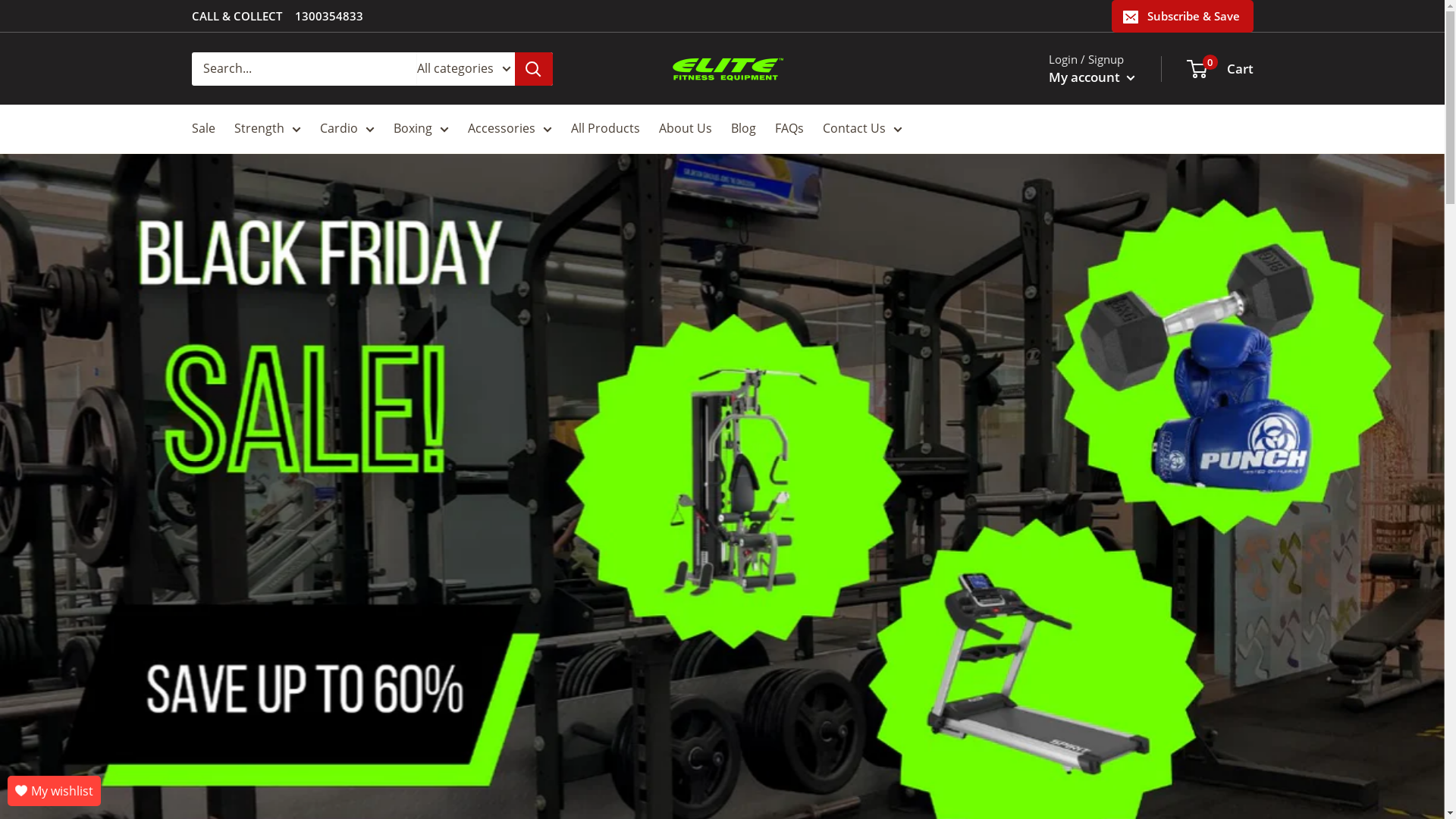 The image size is (1456, 819). I want to click on 'Contact Us', so click(821, 127).